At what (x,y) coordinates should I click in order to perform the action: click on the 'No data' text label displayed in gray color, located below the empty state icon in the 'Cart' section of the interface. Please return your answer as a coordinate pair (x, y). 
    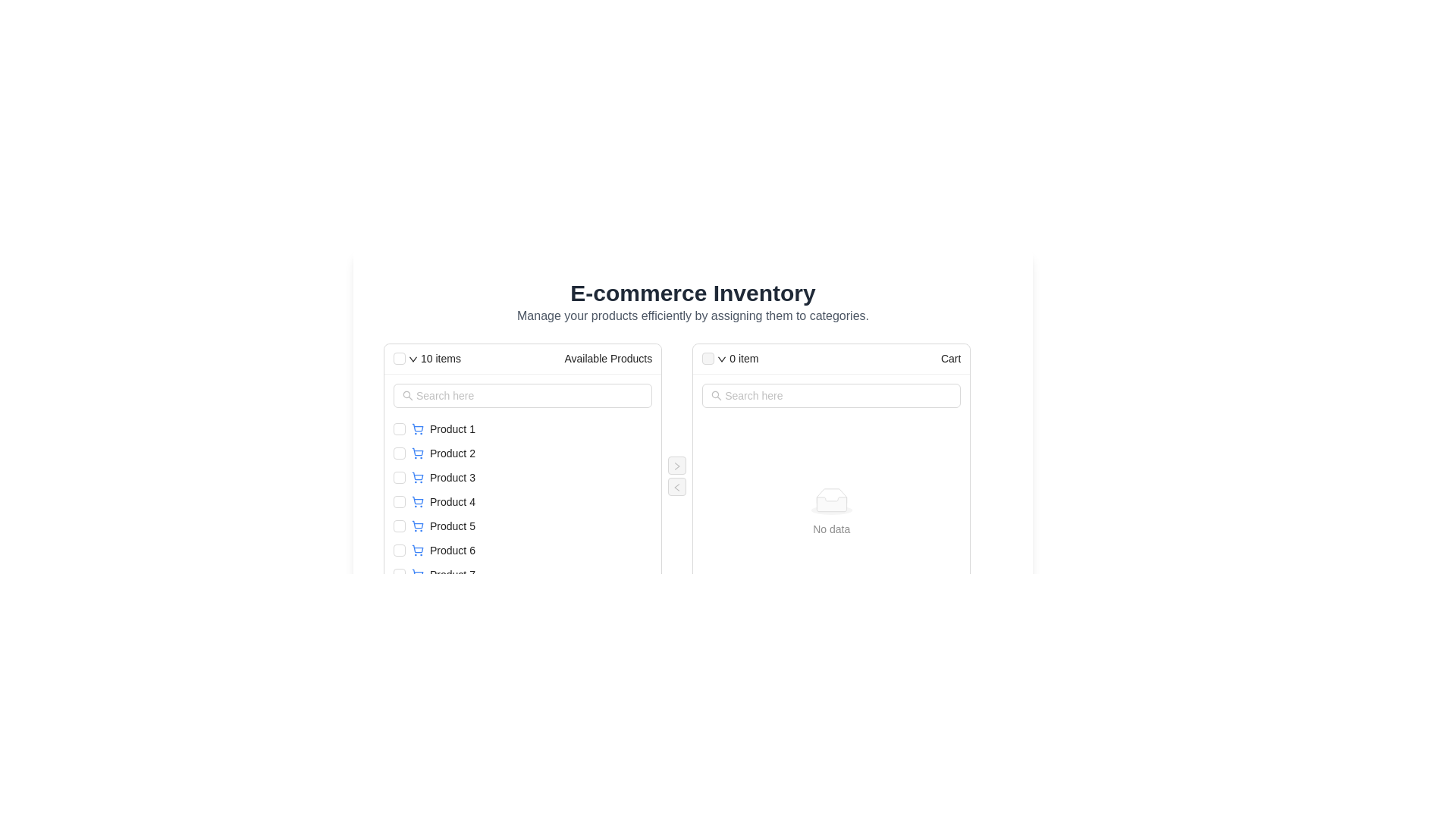
    Looking at the image, I should click on (830, 528).